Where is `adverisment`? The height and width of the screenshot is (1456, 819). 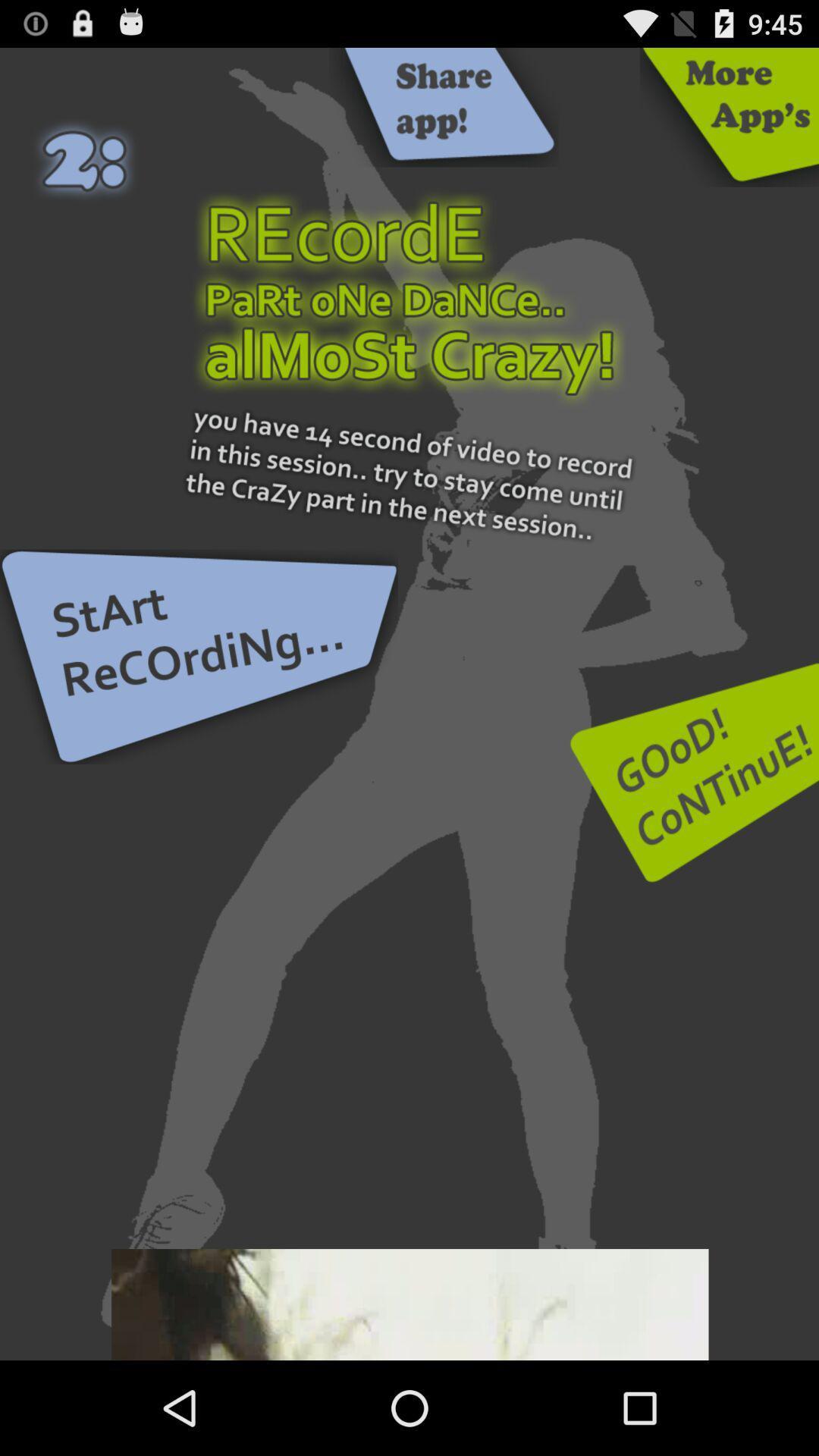
adverisment is located at coordinates (409, 1304).